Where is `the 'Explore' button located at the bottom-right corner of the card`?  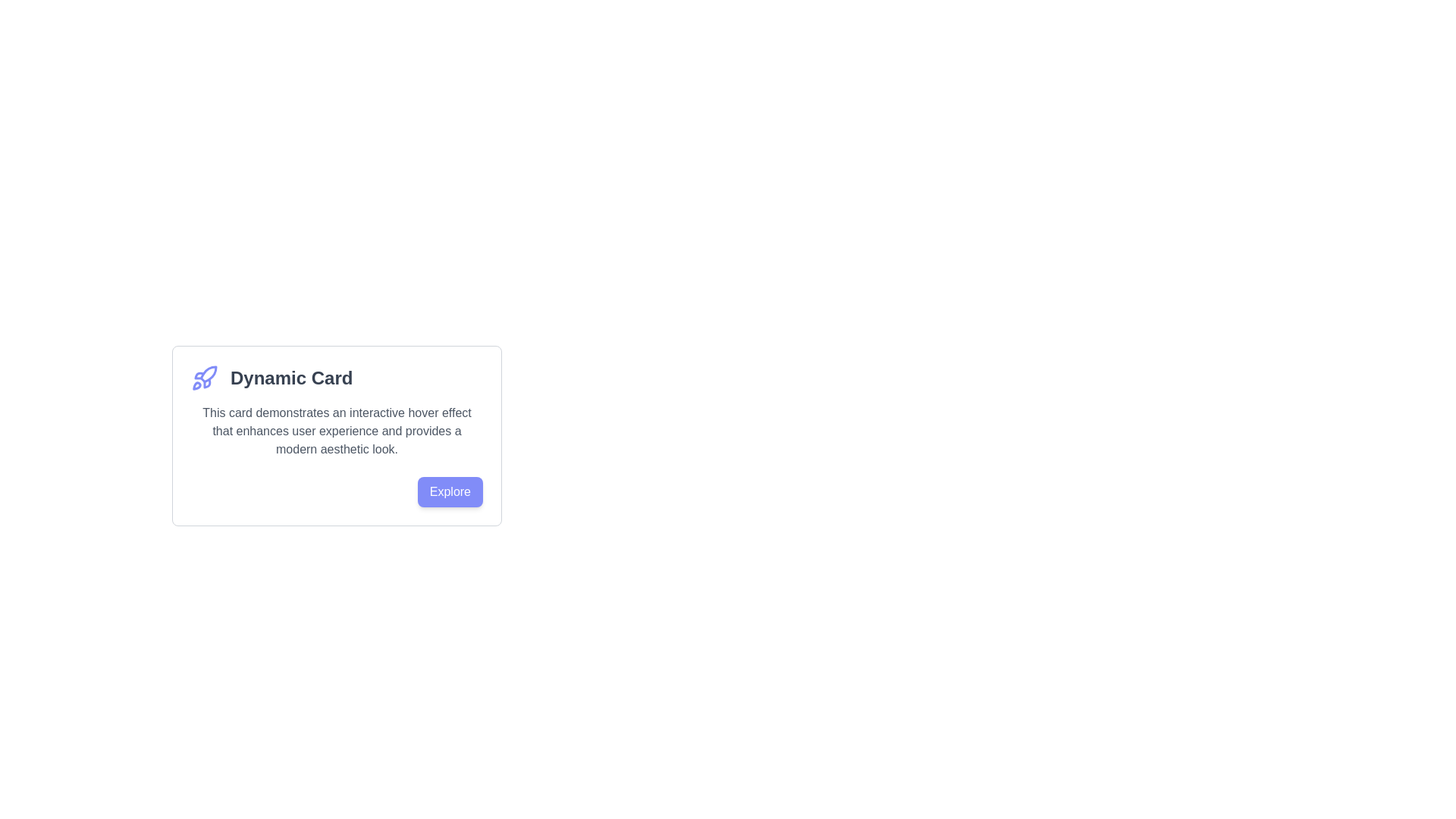 the 'Explore' button located at the bottom-right corner of the card is located at coordinates (449, 491).